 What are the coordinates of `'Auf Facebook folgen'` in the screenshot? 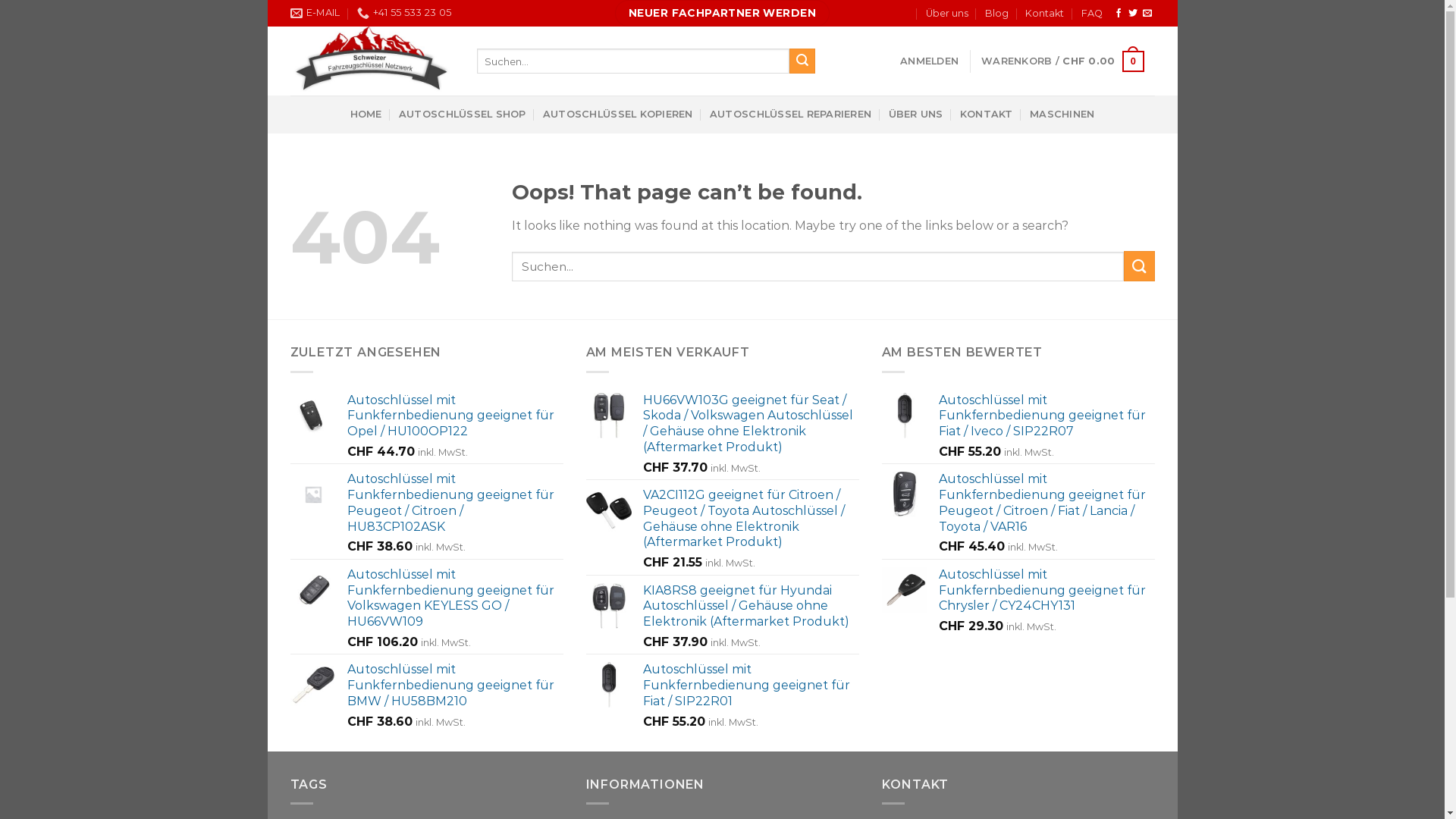 It's located at (1118, 14).